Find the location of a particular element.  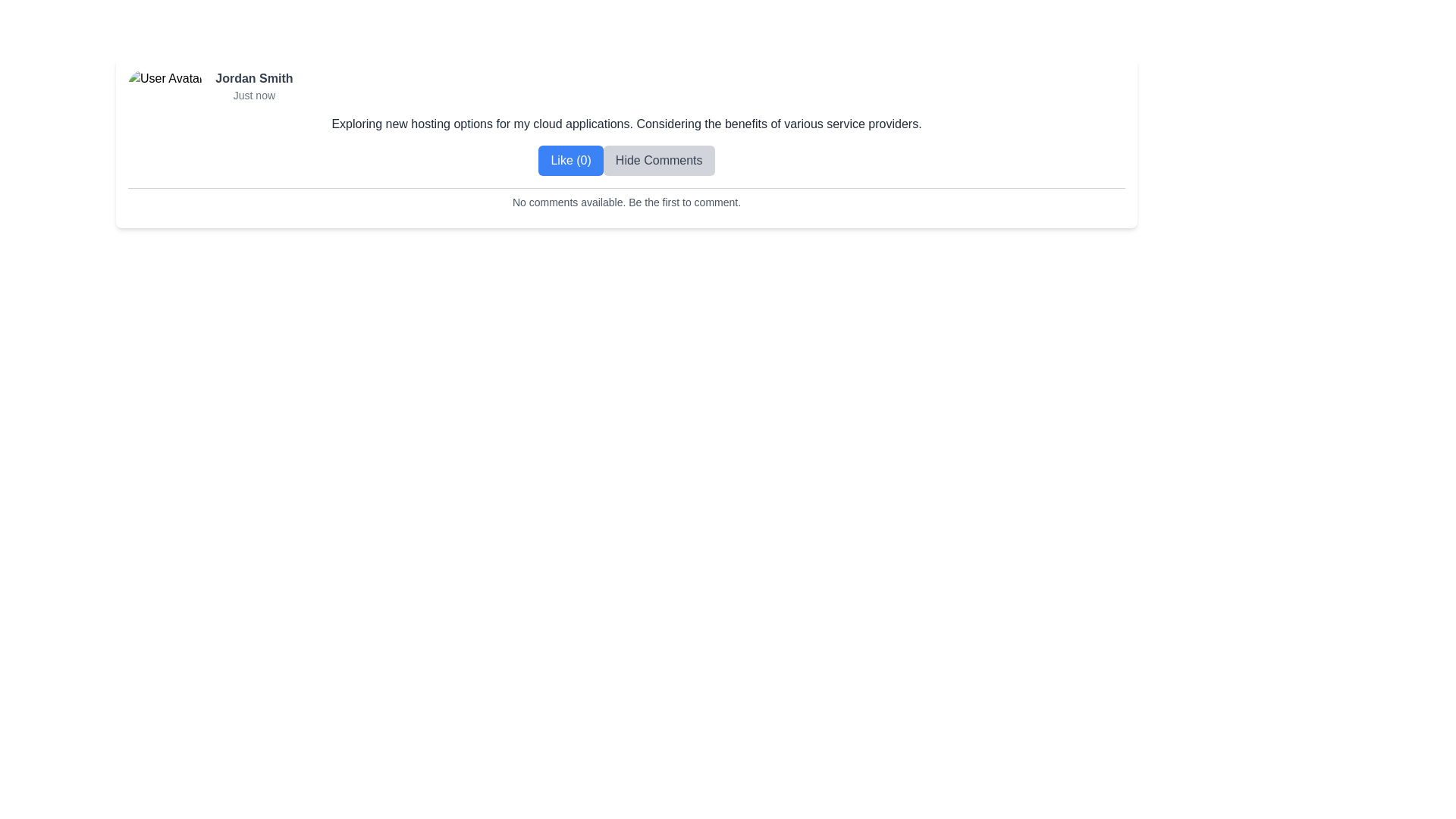

the bold text element displaying the name 'Jordan Smith', which is positioned at the top of the user metadata header is located at coordinates (254, 79).